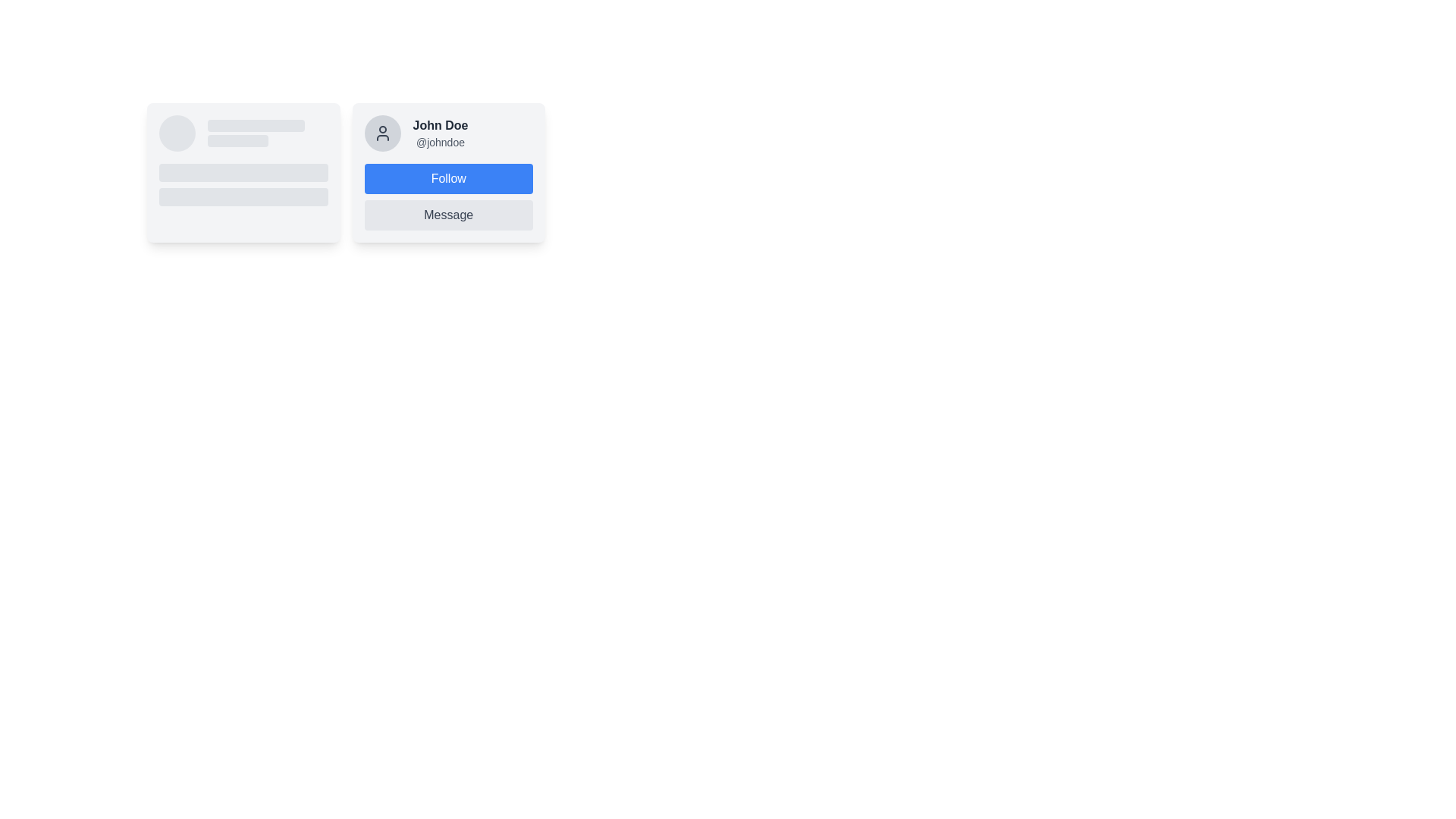 The height and width of the screenshot is (819, 1456). I want to click on the follow button located at the top right of the user profile section to follow the associated user, so click(447, 177).